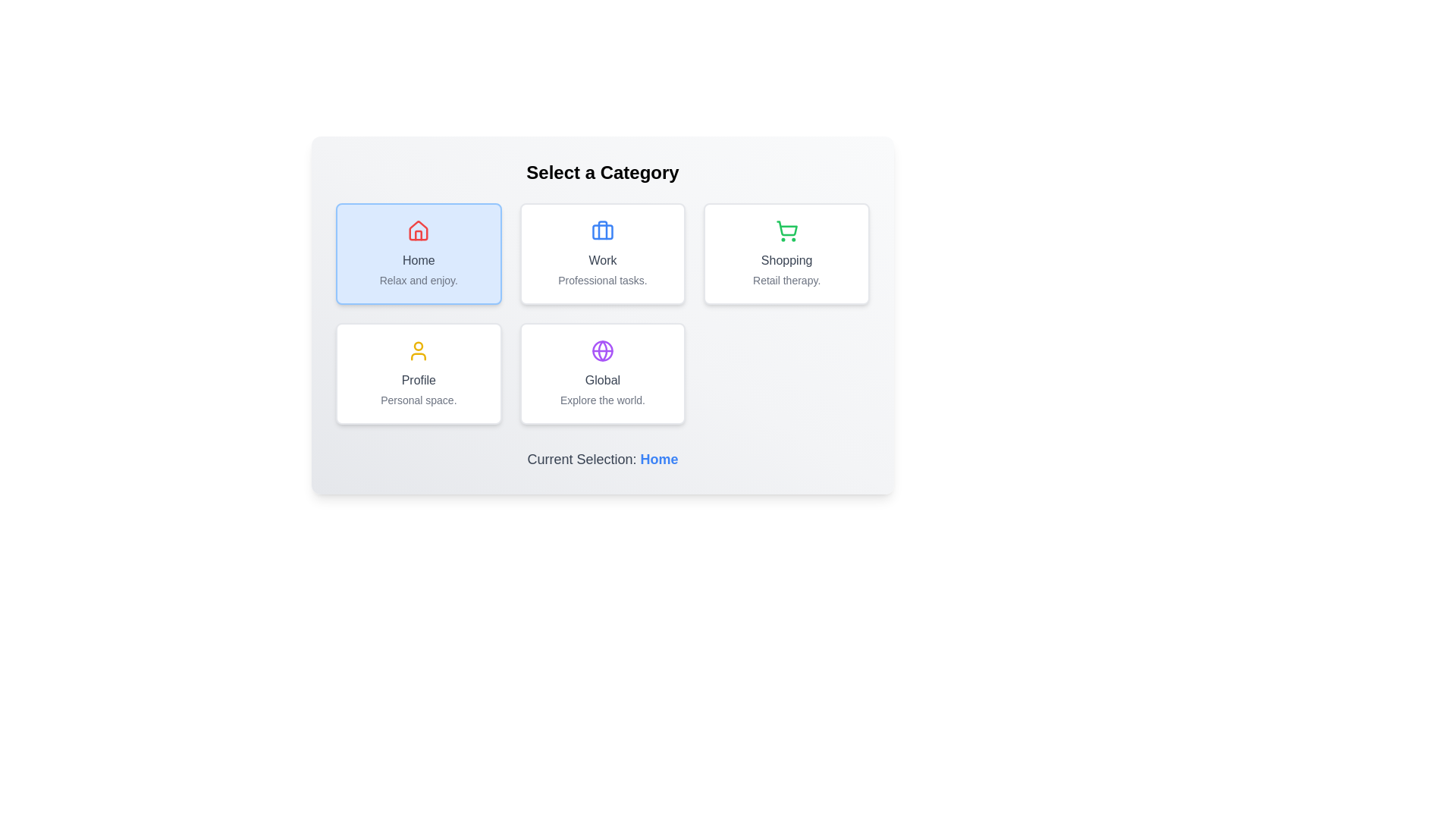  I want to click on the category Global by clicking its corresponding button, so click(602, 374).